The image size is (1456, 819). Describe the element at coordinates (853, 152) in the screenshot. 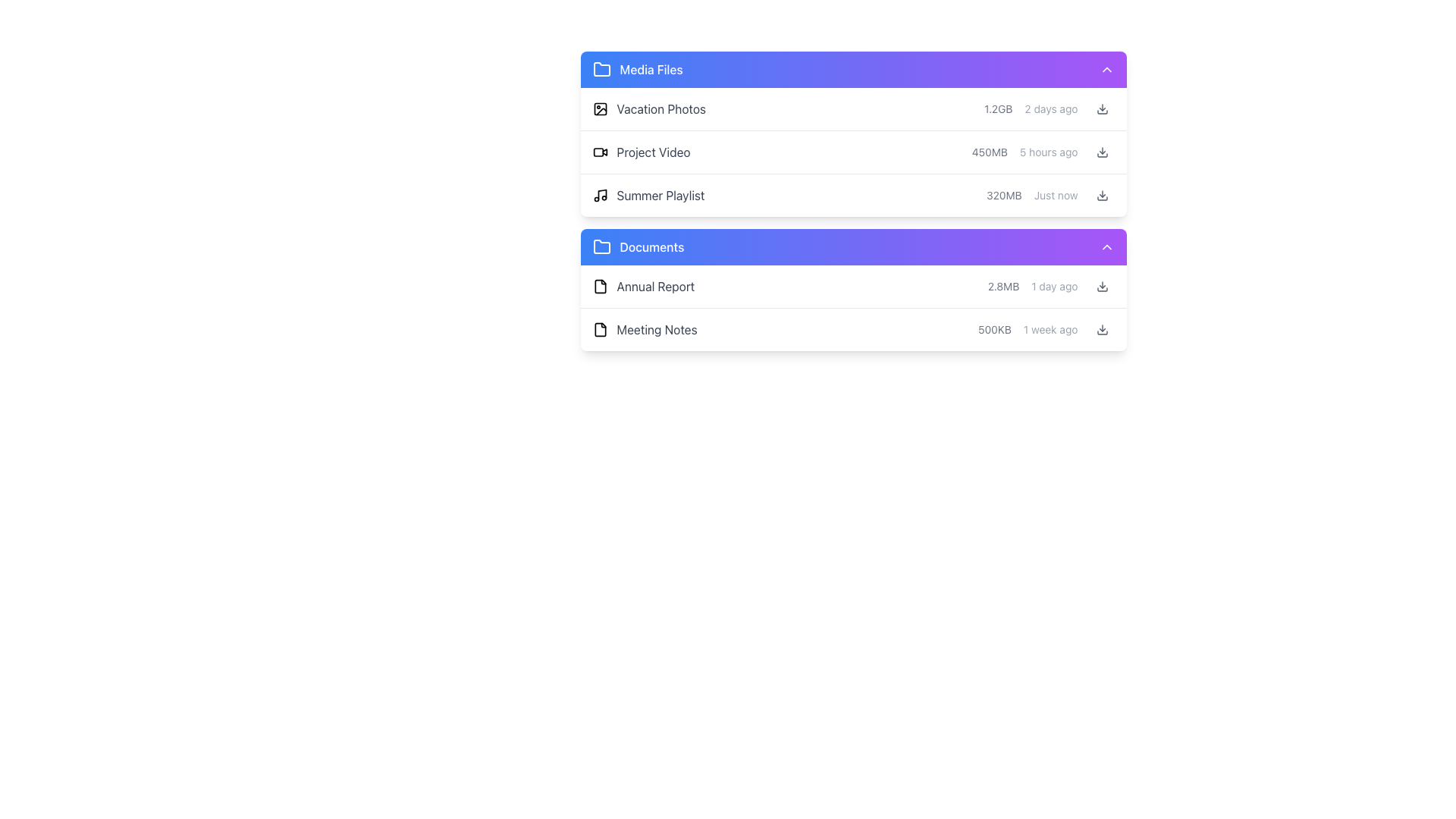

I see `text details of the list item labeled 'Project Video', which is the second row under the 'Media Files' section` at that location.